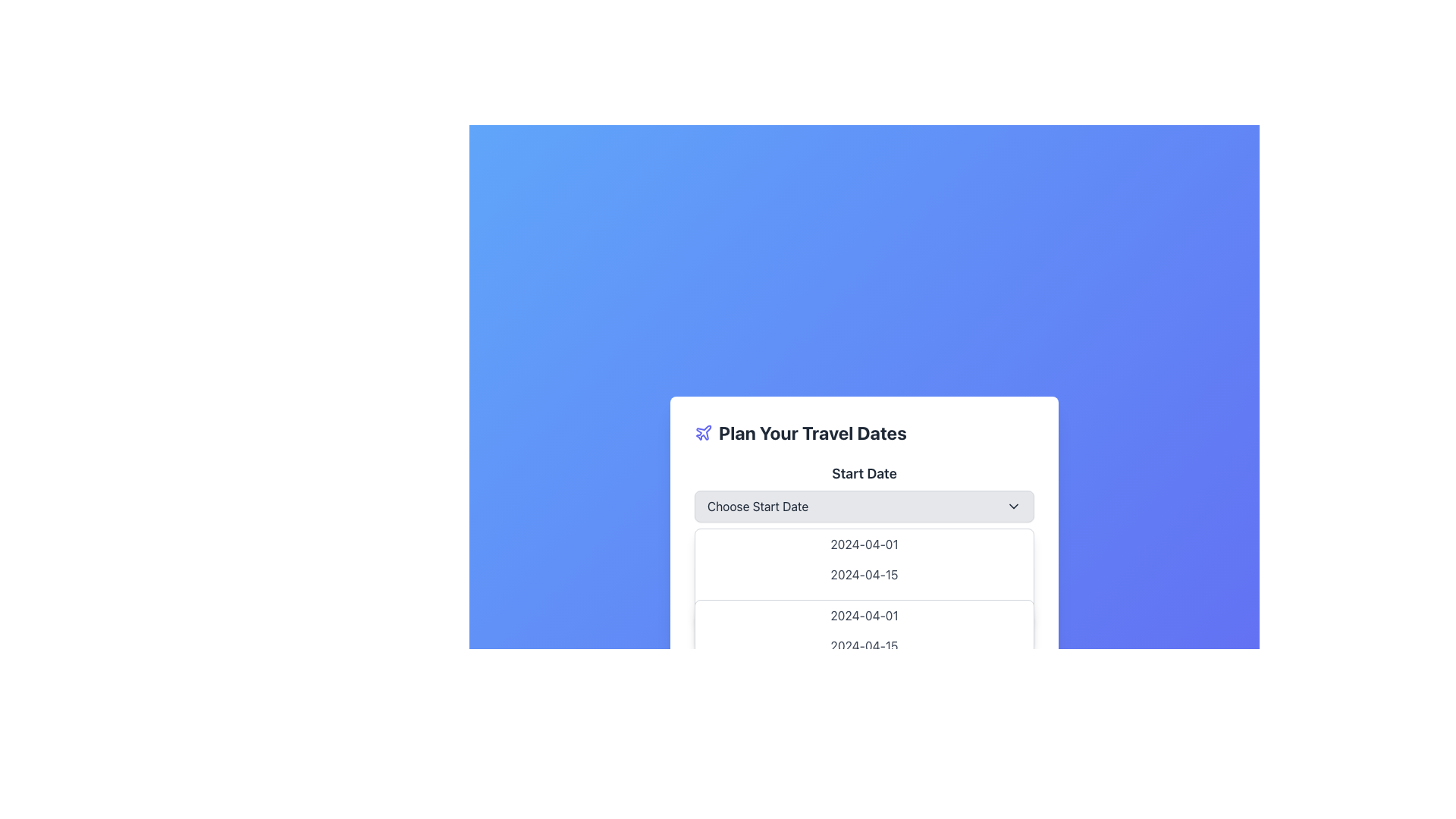  I want to click on the decorative icon located near the top-left corner of the visible content area, adjacent to the text header 'Plan Your Travel Dates', so click(703, 432).